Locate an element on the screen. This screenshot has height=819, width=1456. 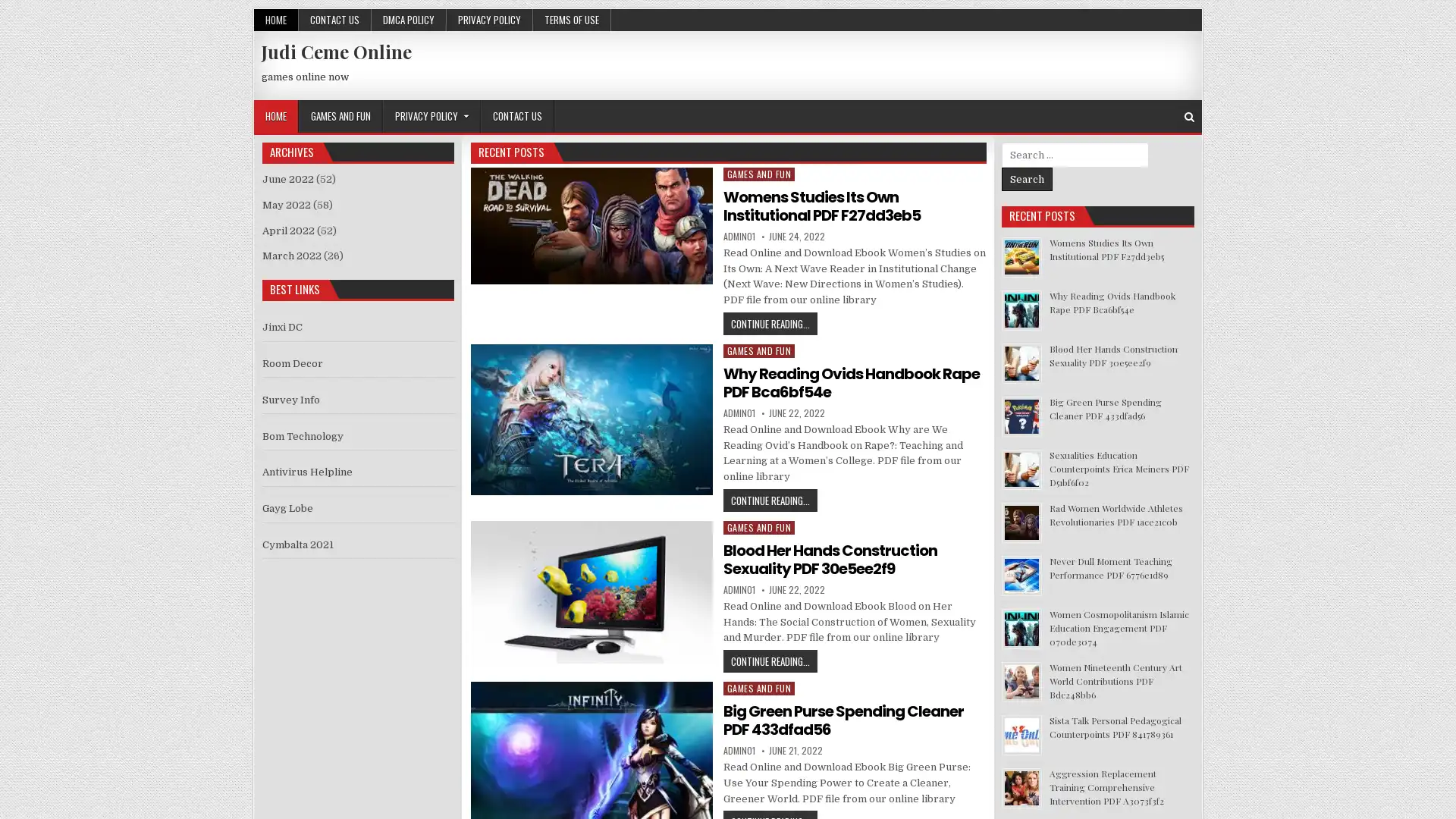
Search is located at coordinates (1027, 178).